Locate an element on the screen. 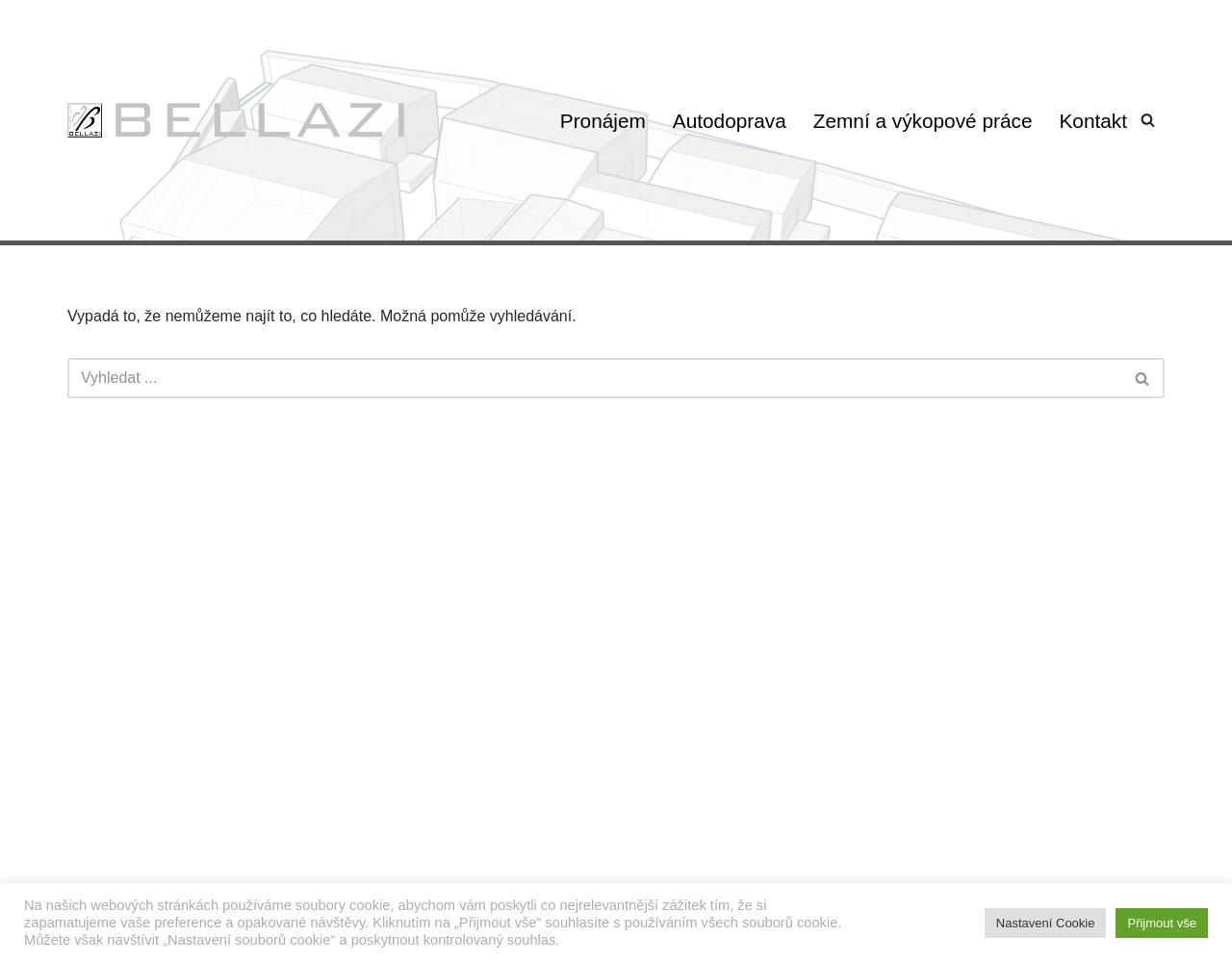  'Přijmout vše' is located at coordinates (1161, 921).